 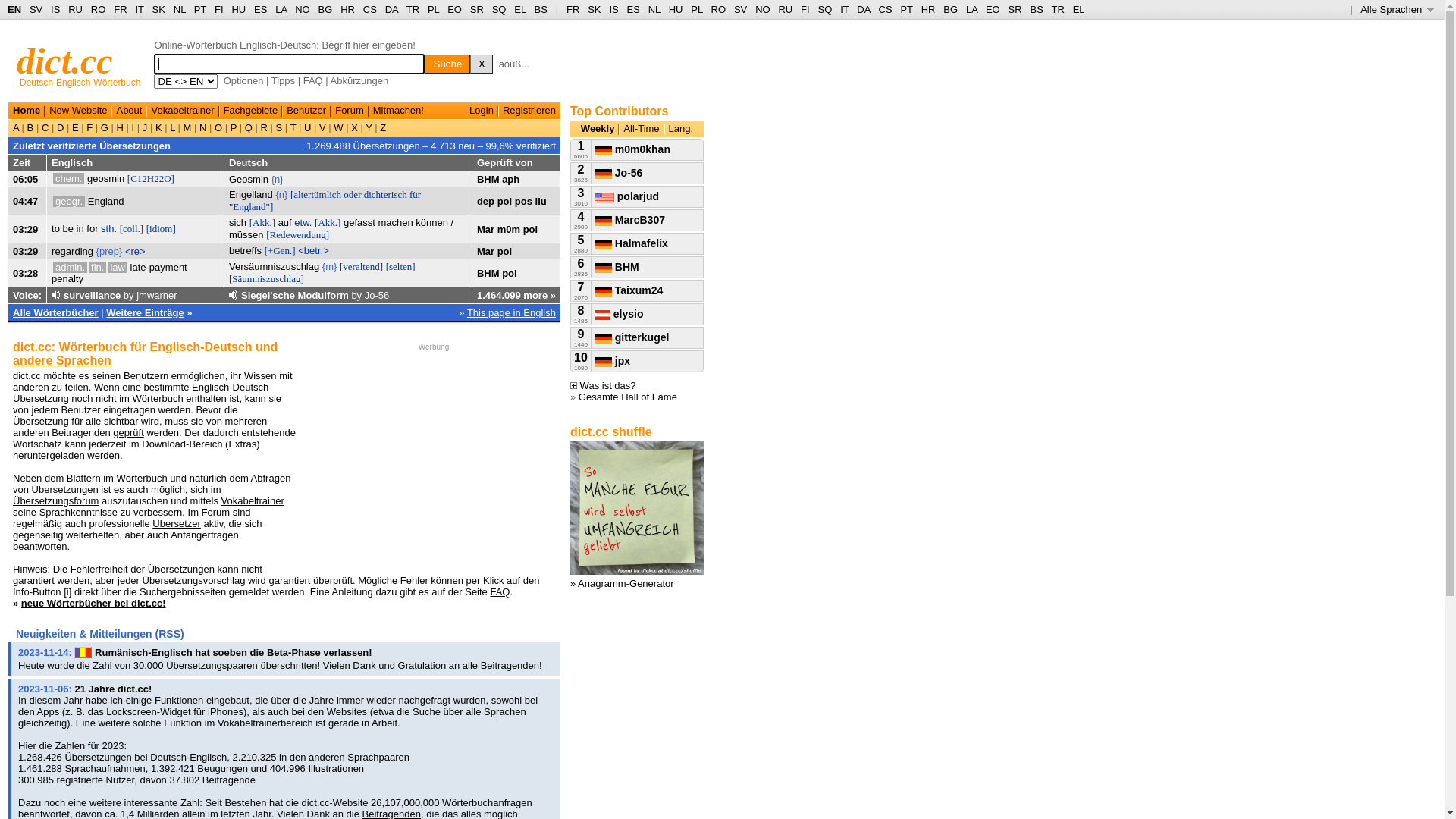 I want to click on 'Fachgebiete', so click(x=251, y=109).